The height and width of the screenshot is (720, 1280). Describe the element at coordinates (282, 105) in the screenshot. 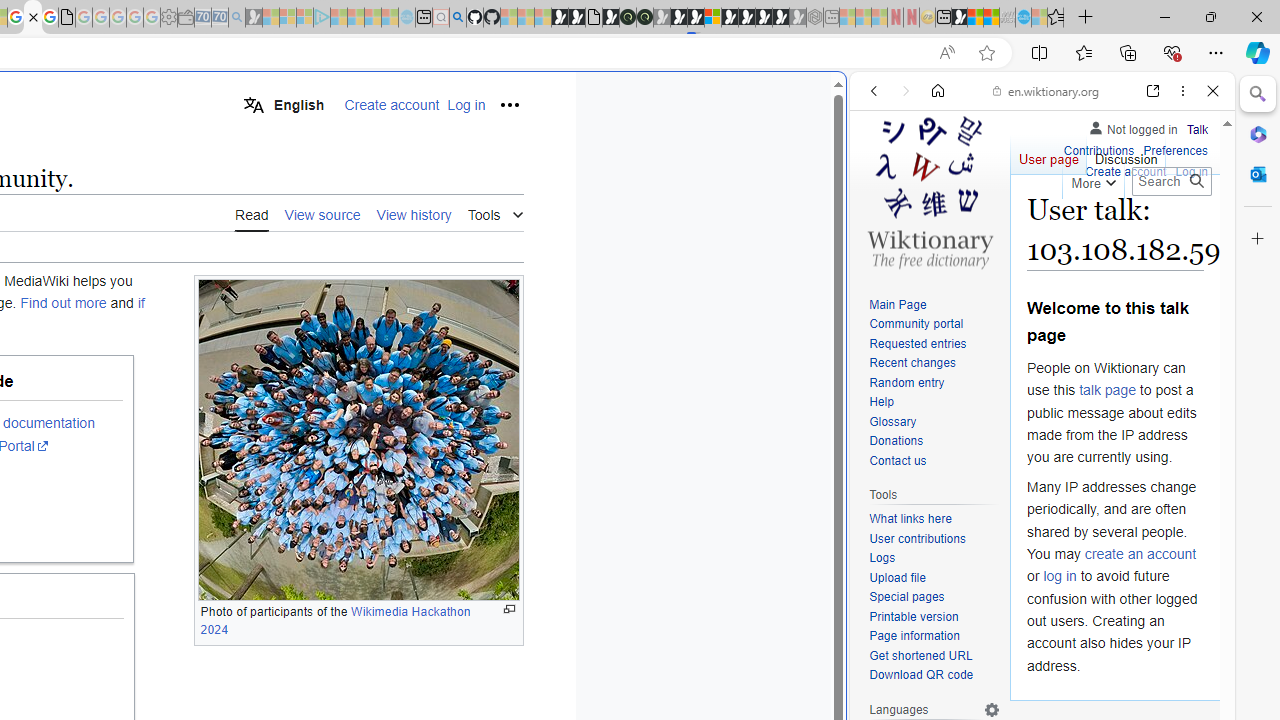

I see `'English'` at that location.